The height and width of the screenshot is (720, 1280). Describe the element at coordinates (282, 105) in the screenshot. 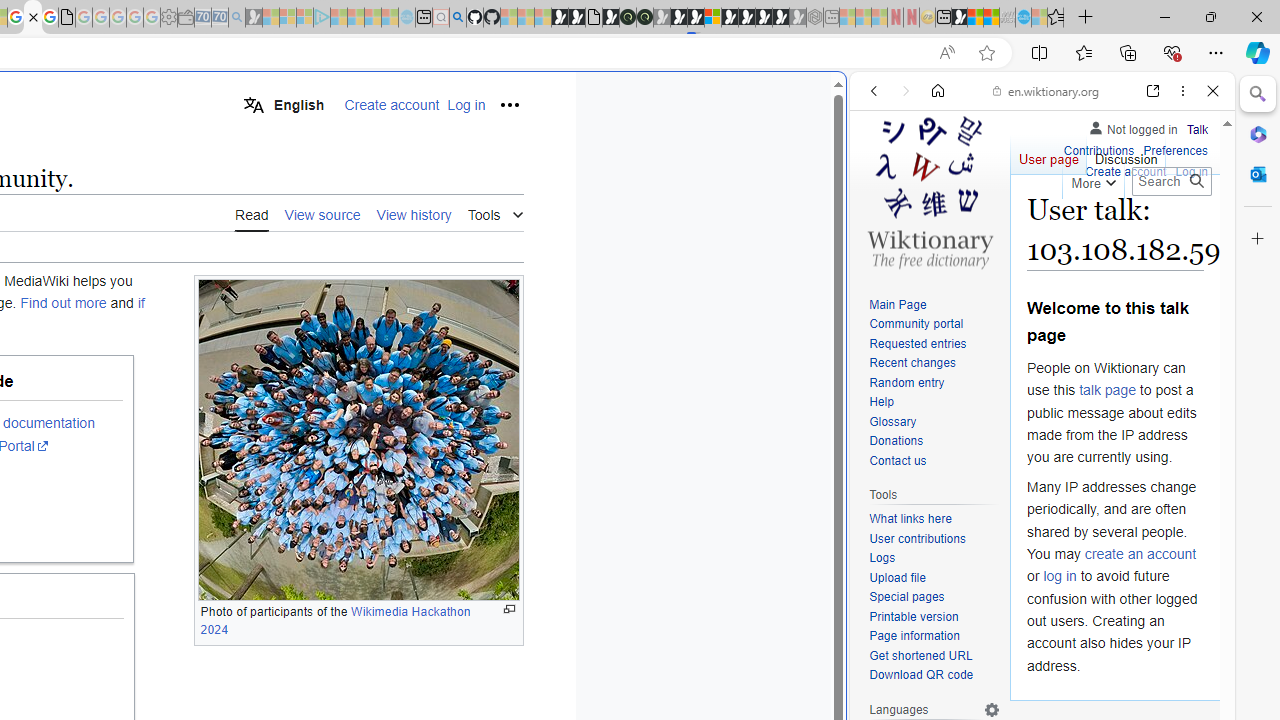

I see `'English'` at that location.